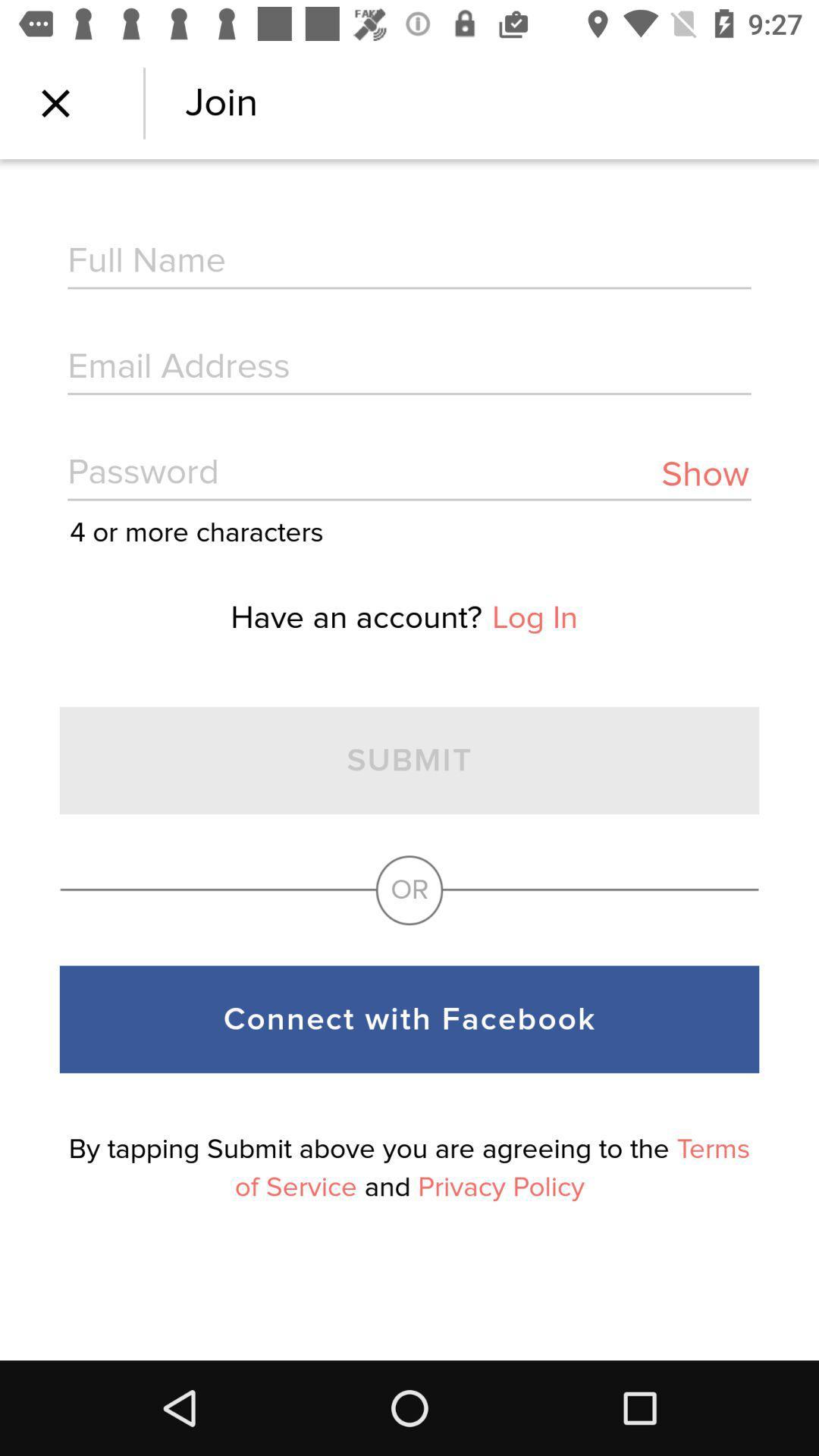  I want to click on the log in item, so click(534, 618).